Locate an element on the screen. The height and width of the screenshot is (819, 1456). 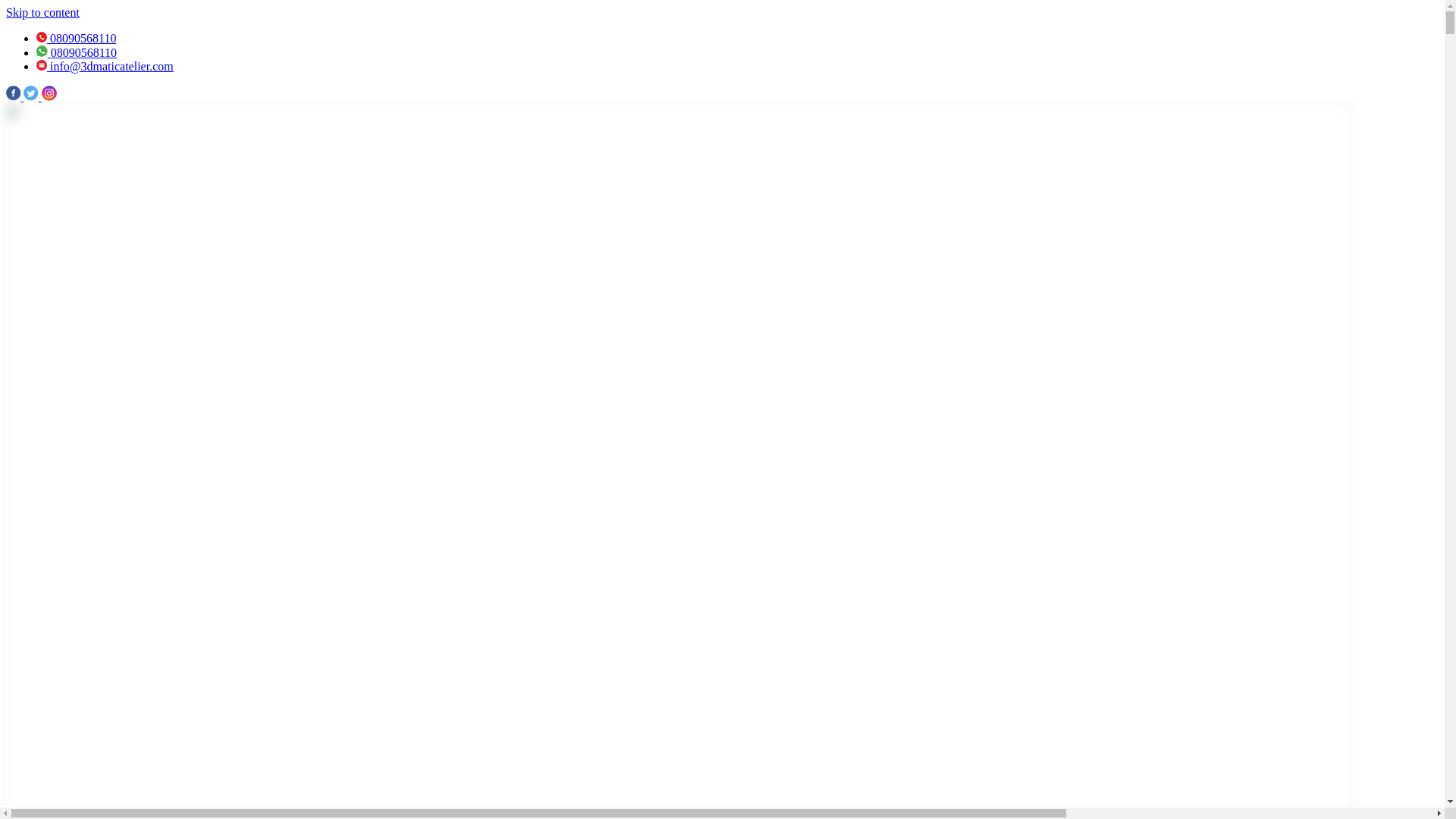
'Skip to content' is located at coordinates (6, 12).